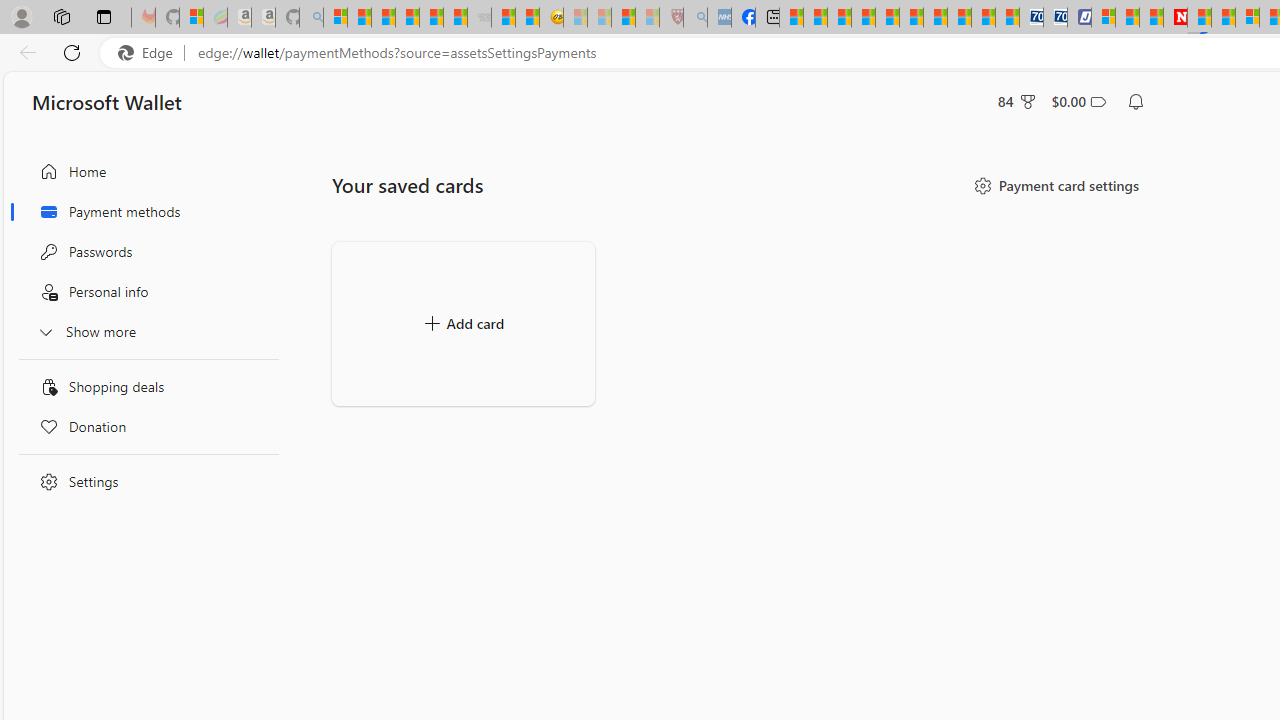 This screenshot has width=1280, height=720. What do you see at coordinates (384, 17) in the screenshot?
I see `'The Weather Channel - MSN'` at bounding box center [384, 17].